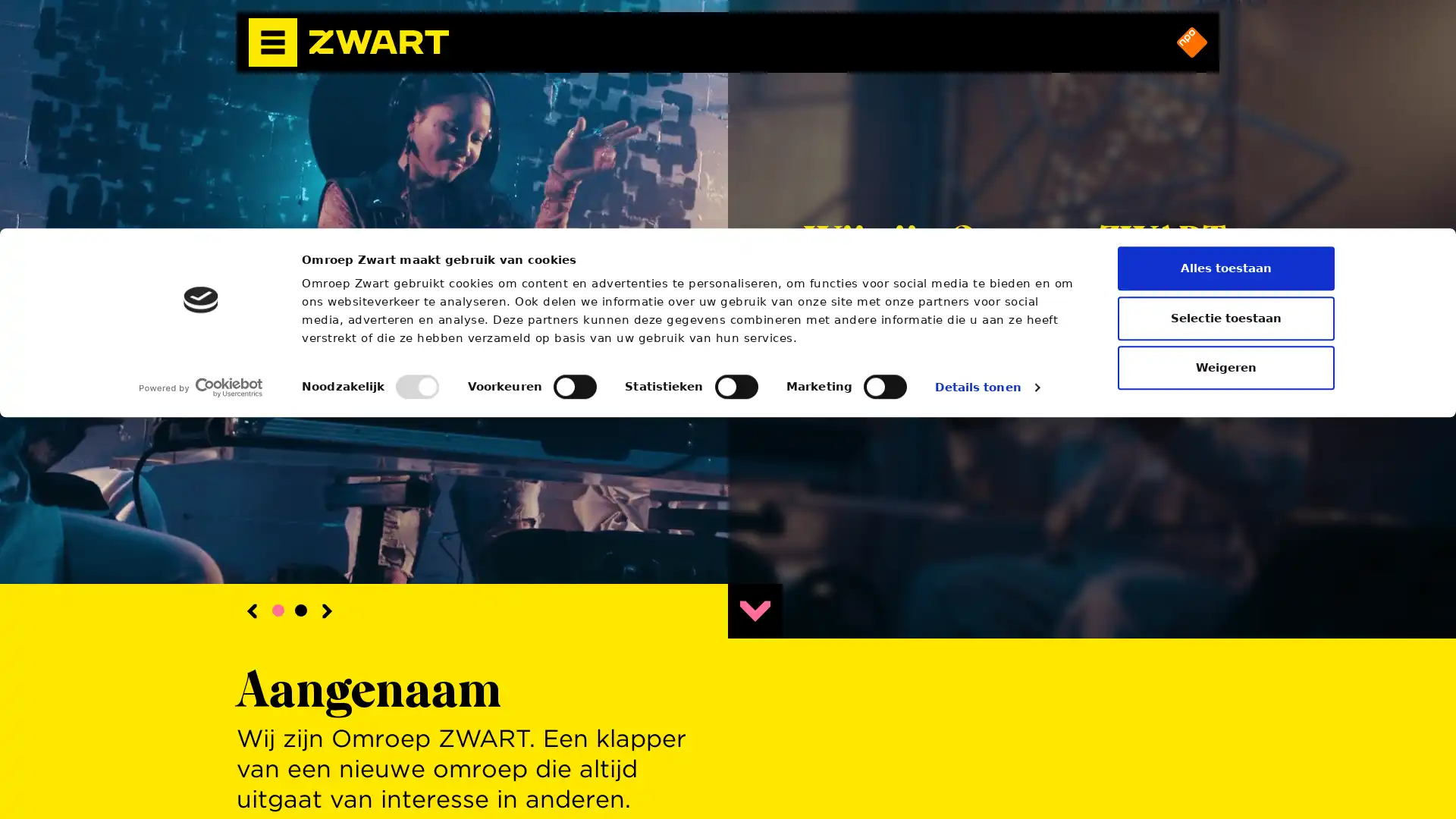 This screenshot has height=819, width=1456. I want to click on Weigeren, so click(1226, 769).